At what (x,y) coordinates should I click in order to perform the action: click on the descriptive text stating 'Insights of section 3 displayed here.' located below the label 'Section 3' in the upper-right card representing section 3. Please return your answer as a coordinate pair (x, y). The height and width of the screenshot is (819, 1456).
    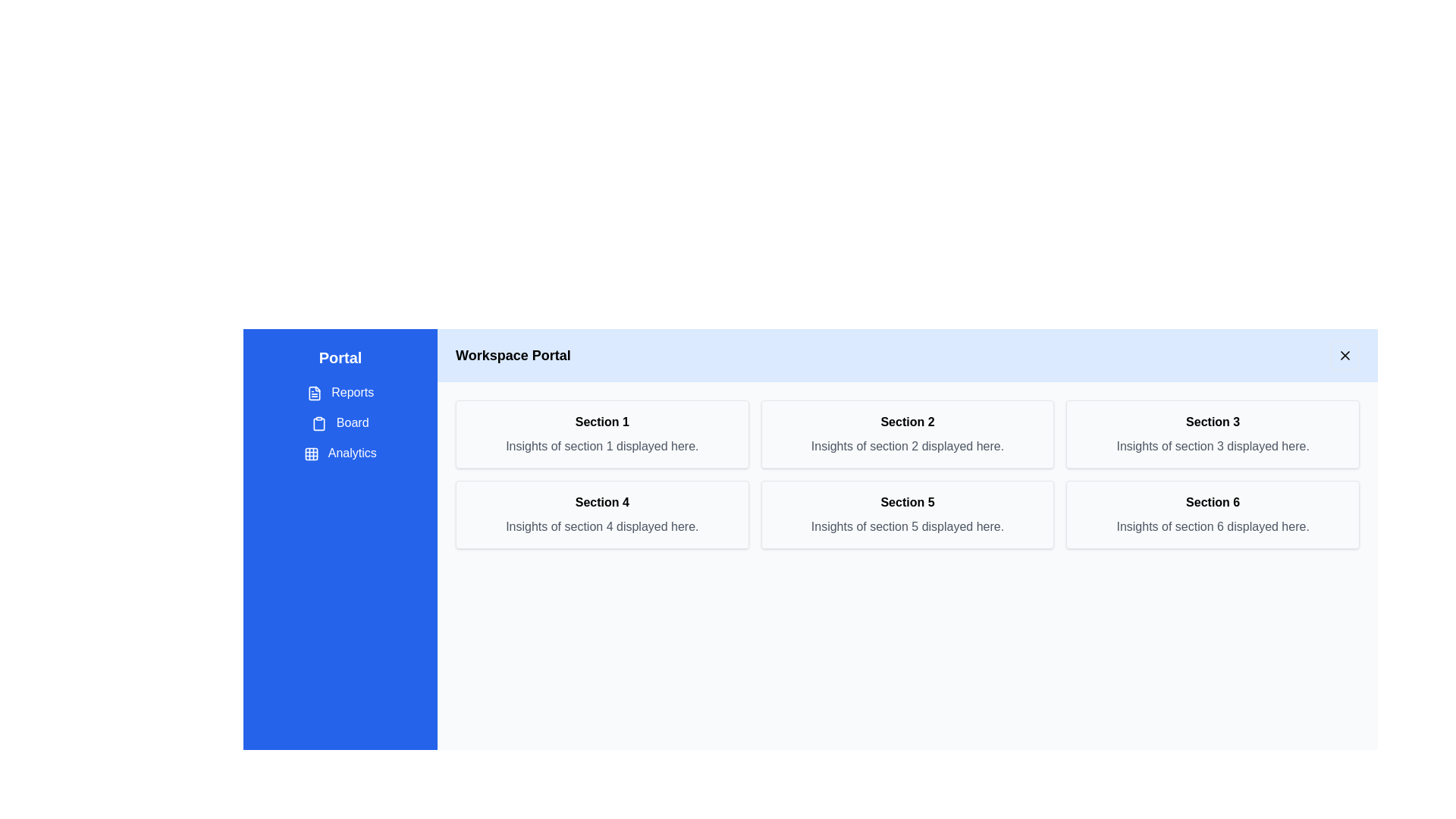
    Looking at the image, I should click on (1212, 446).